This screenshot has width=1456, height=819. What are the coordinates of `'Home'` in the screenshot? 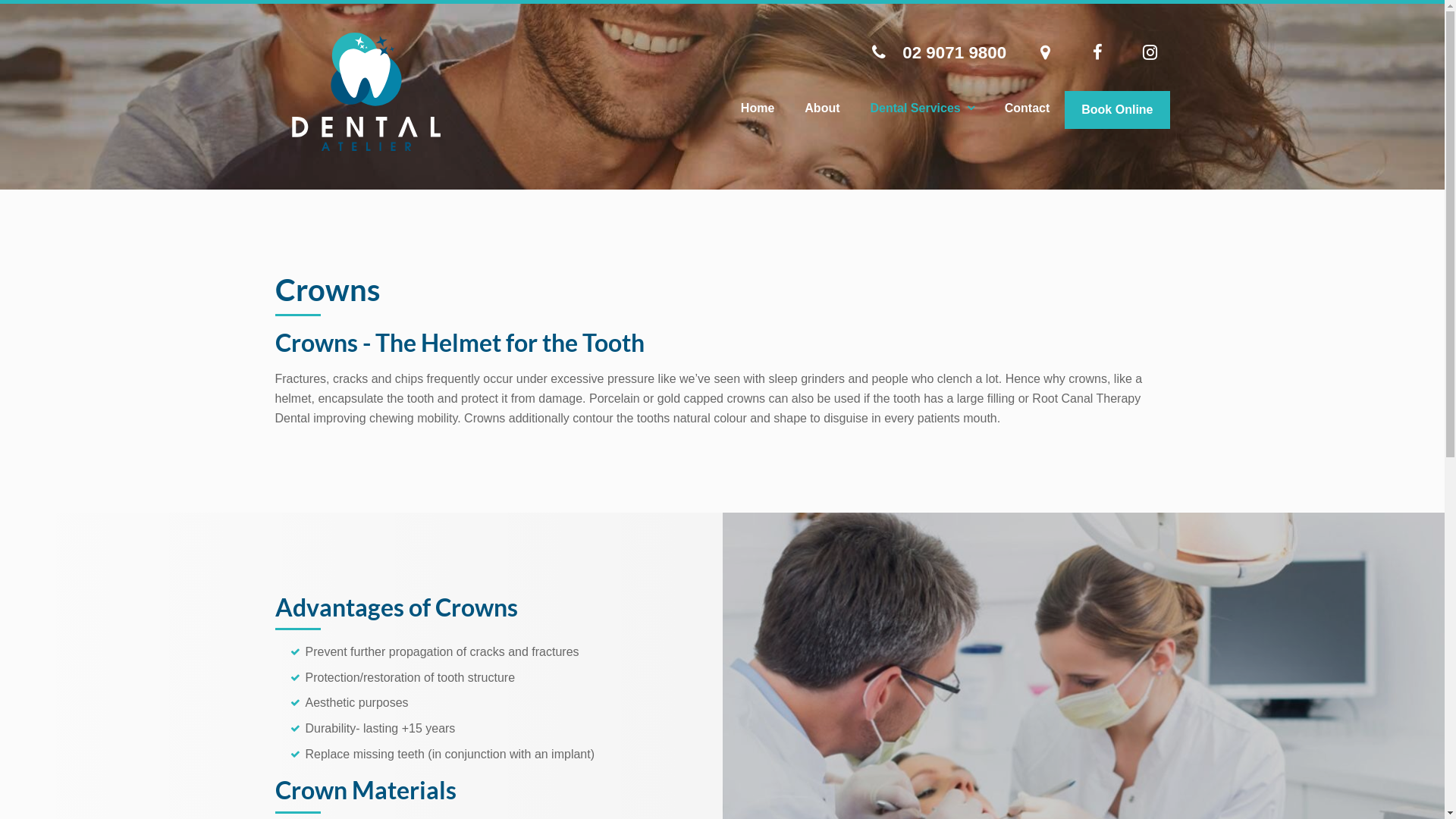 It's located at (724, 107).